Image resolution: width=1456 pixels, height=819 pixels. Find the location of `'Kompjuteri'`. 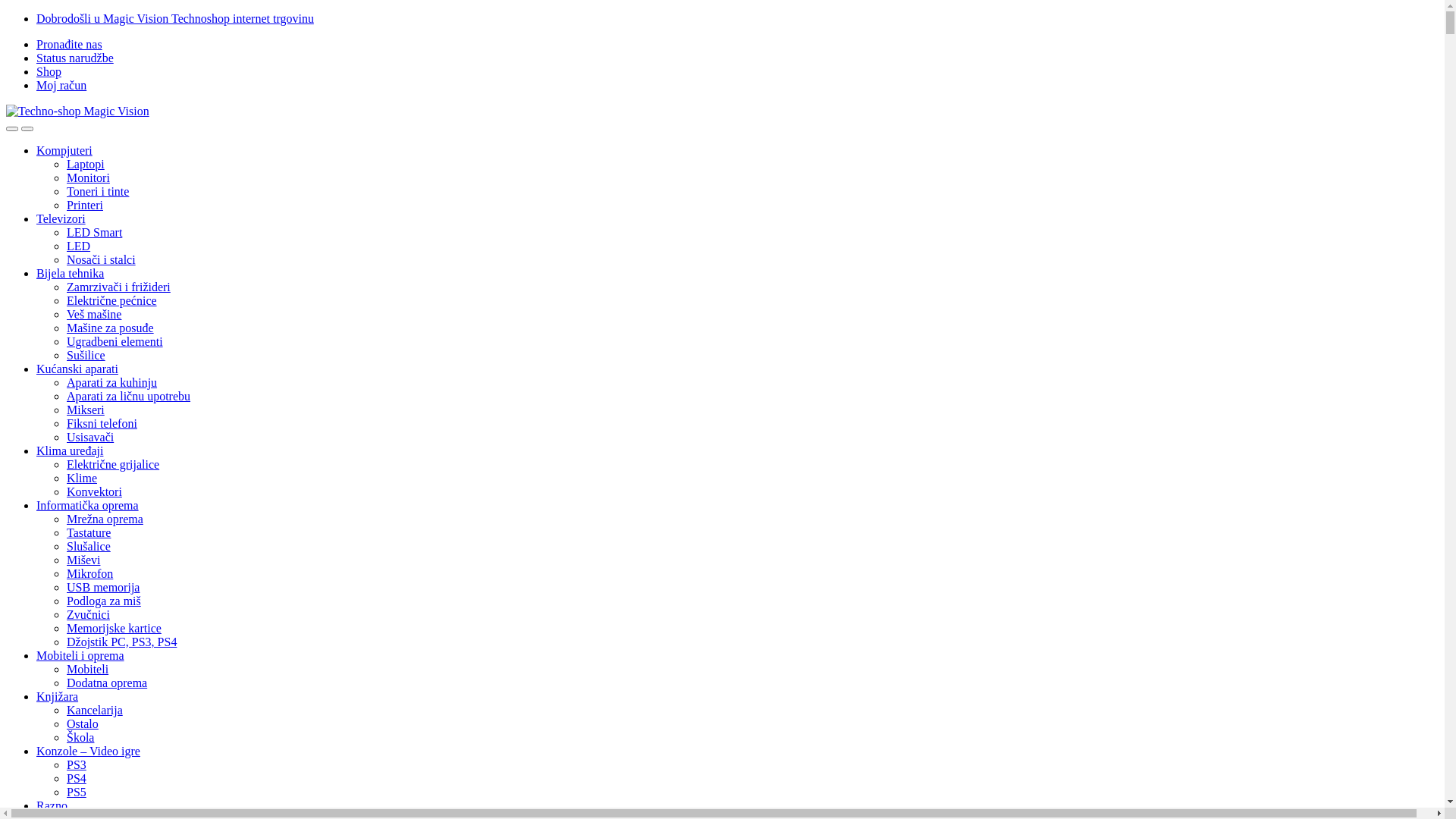

'Kompjuteri' is located at coordinates (64, 150).